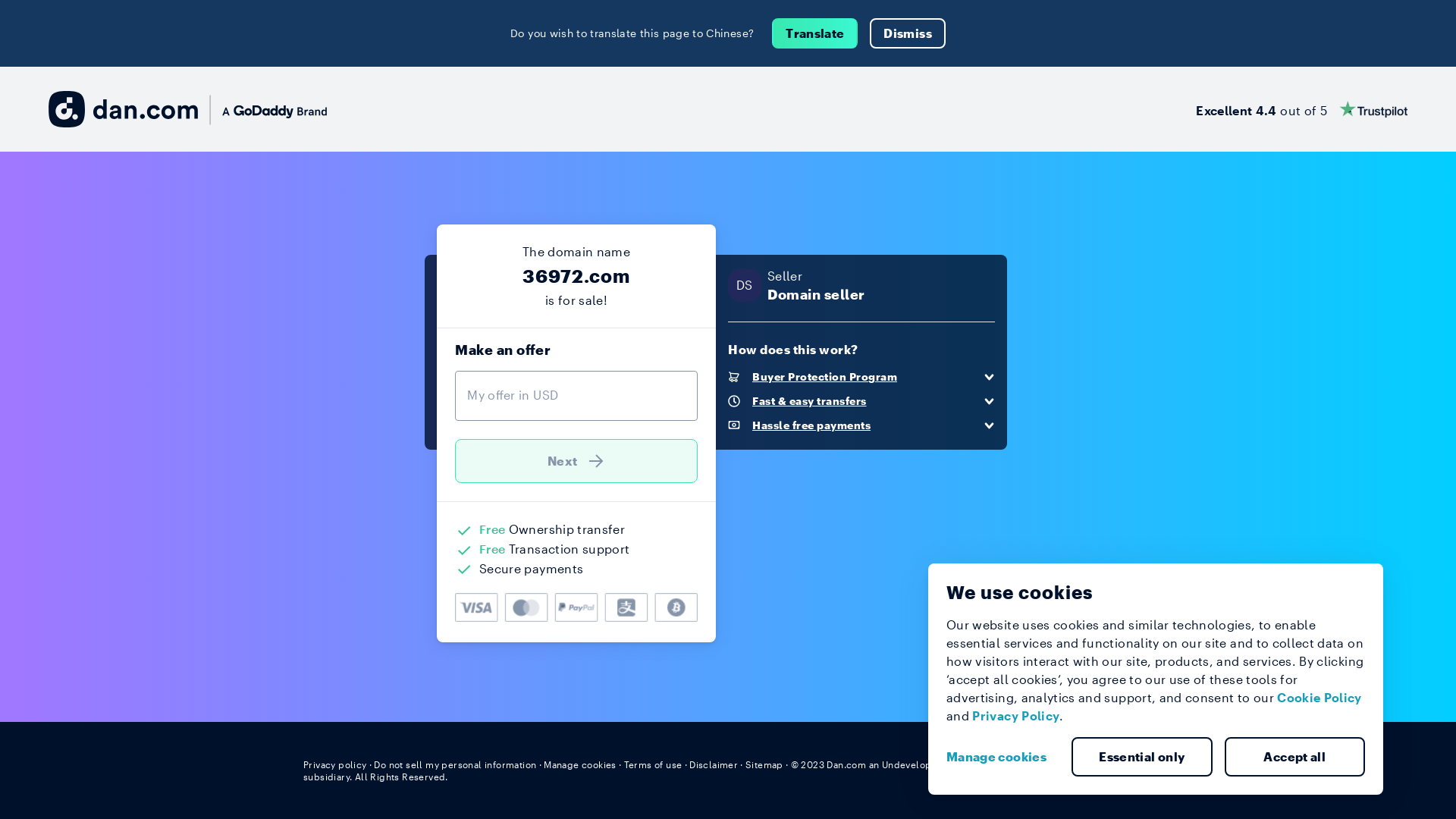 This screenshot has width=1456, height=819. What do you see at coordinates (771, 33) in the screenshot?
I see `'Translate'` at bounding box center [771, 33].